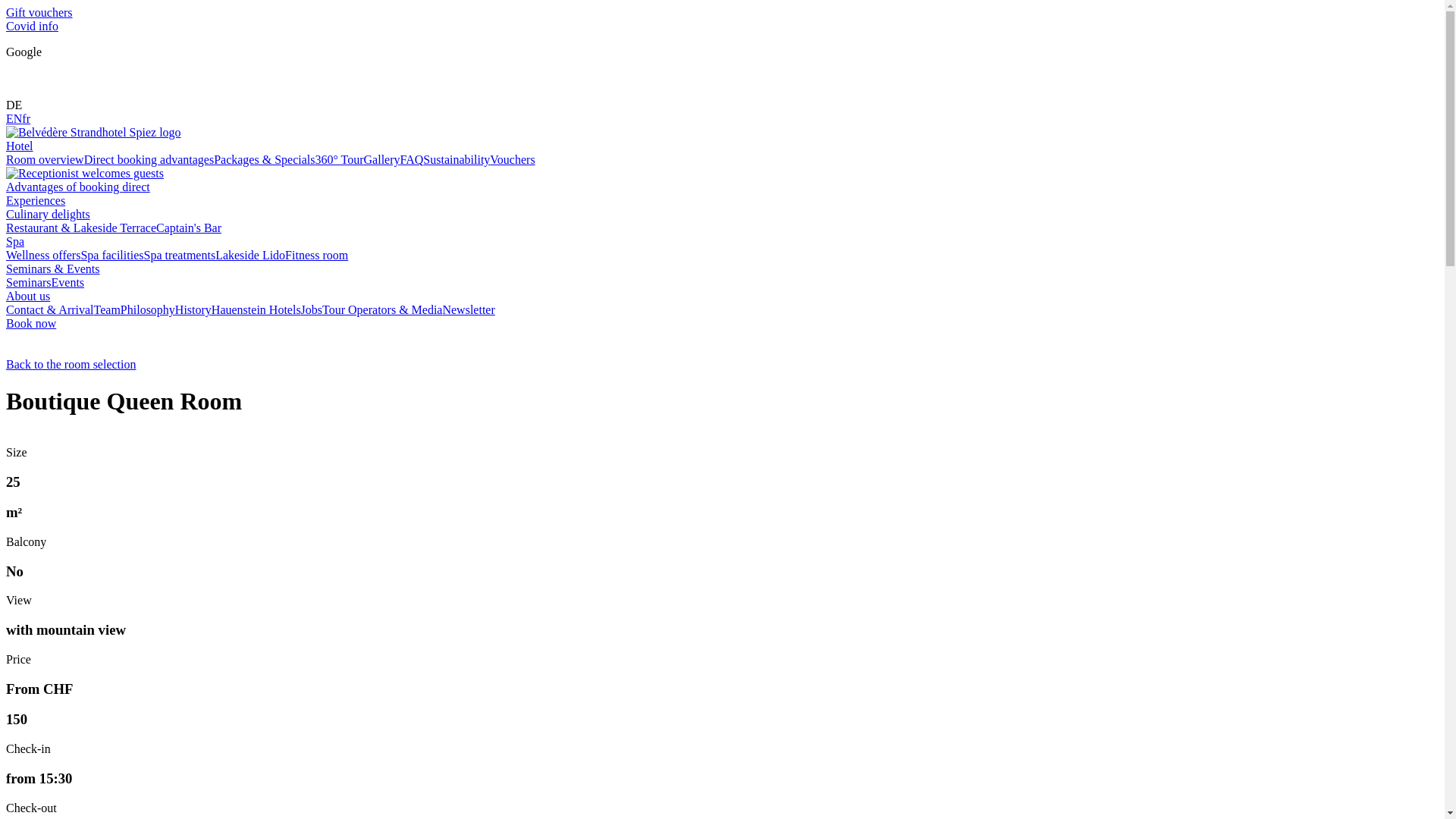  What do you see at coordinates (721, 214) in the screenshot?
I see `'Culinary delights'` at bounding box center [721, 214].